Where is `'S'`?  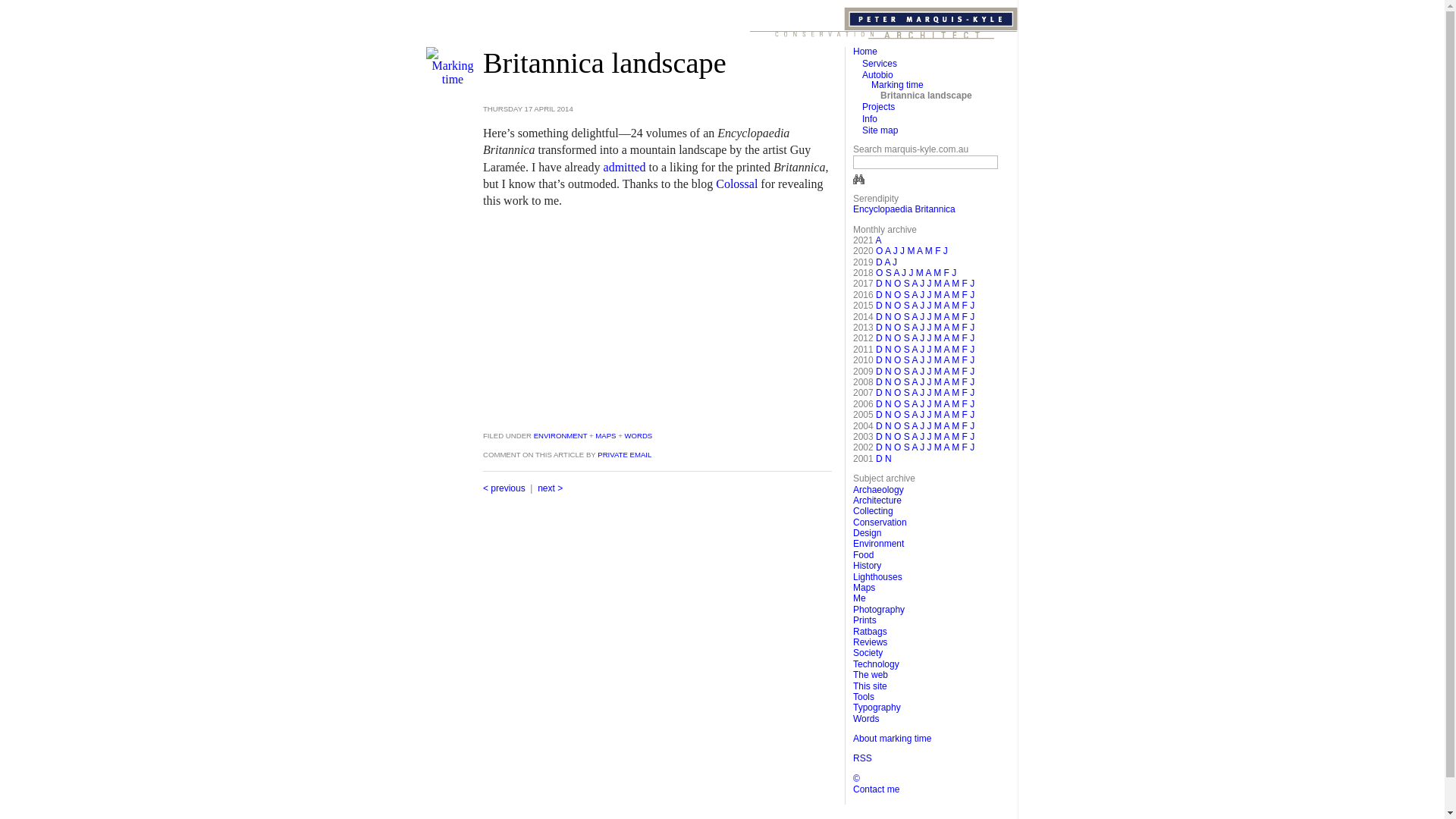
'S' is located at coordinates (888, 271).